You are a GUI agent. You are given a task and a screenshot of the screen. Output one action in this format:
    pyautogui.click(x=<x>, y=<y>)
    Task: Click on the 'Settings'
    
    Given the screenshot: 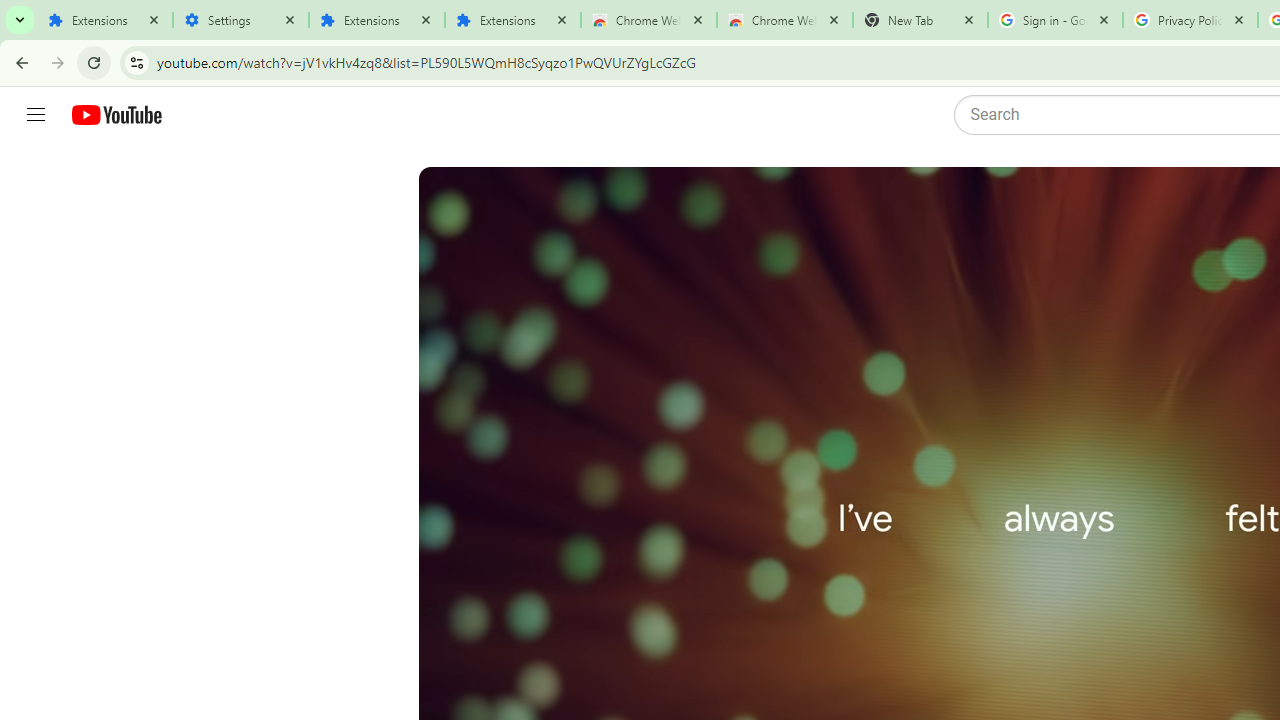 What is the action you would take?
    pyautogui.click(x=240, y=20)
    